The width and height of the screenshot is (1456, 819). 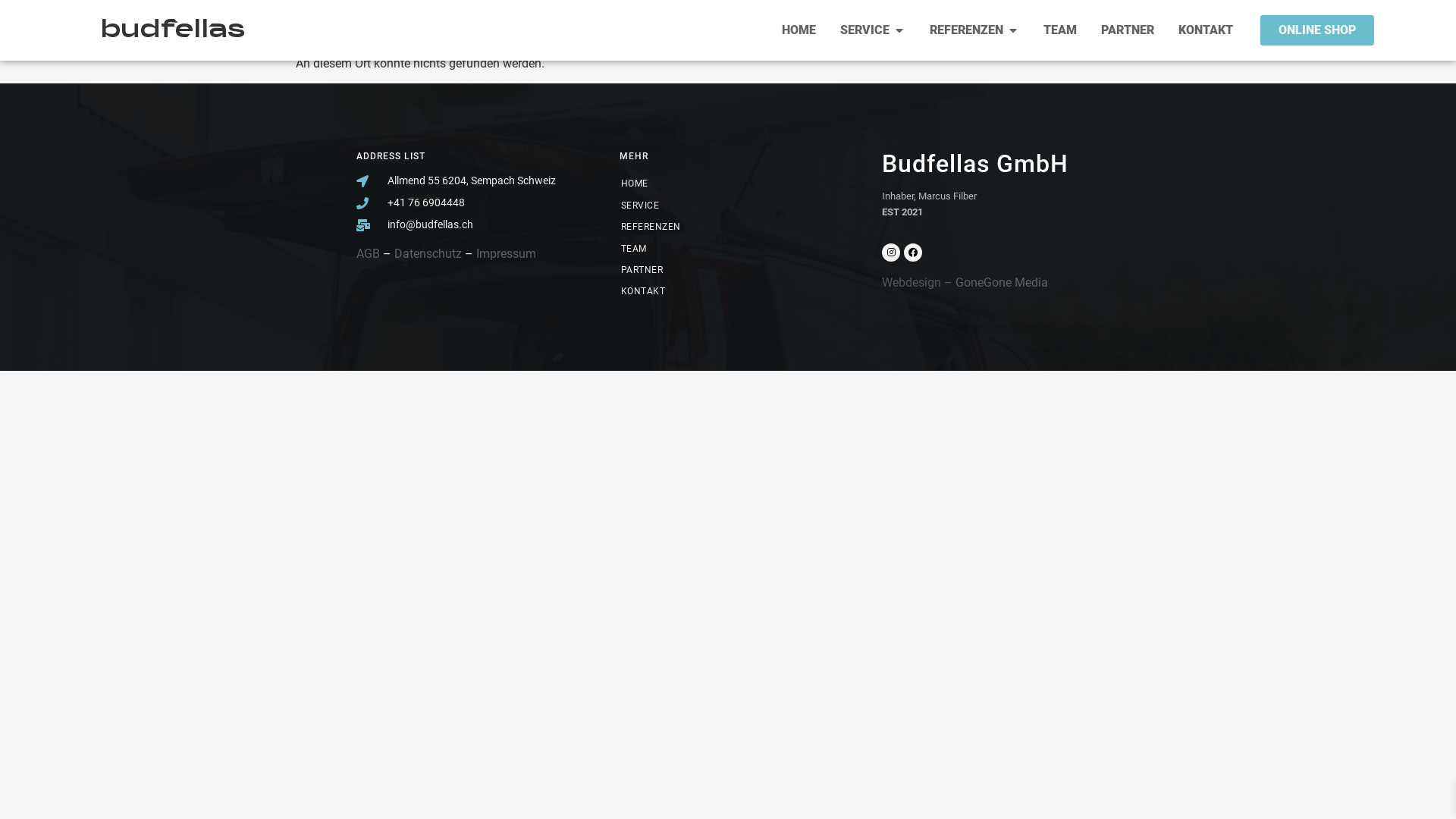 What do you see at coordinates (1316, 30) in the screenshot?
I see `'ONLINE SHOP'` at bounding box center [1316, 30].